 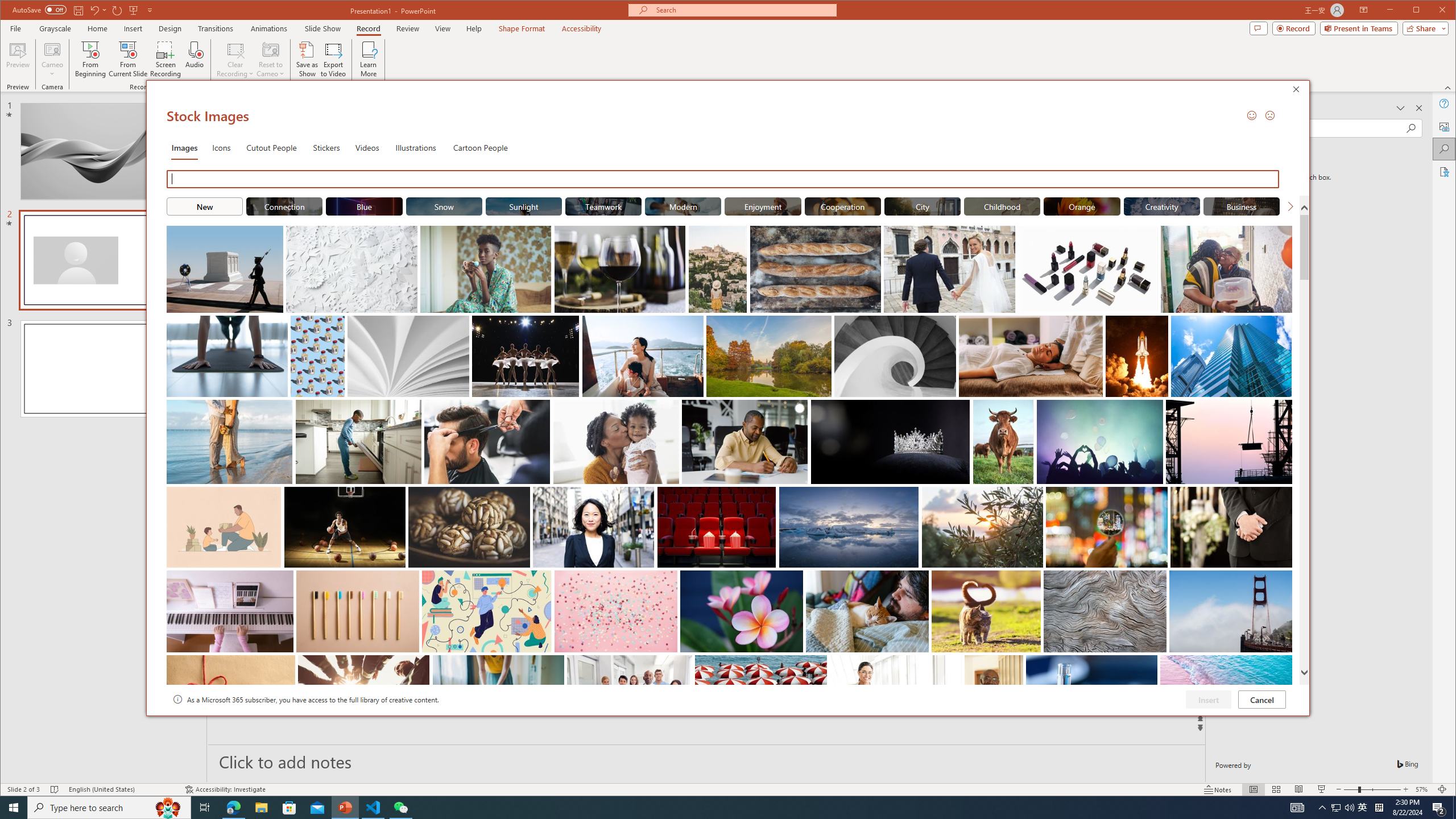 What do you see at coordinates (401, 806) in the screenshot?
I see `'WeChat - 1 running window'` at bounding box center [401, 806].